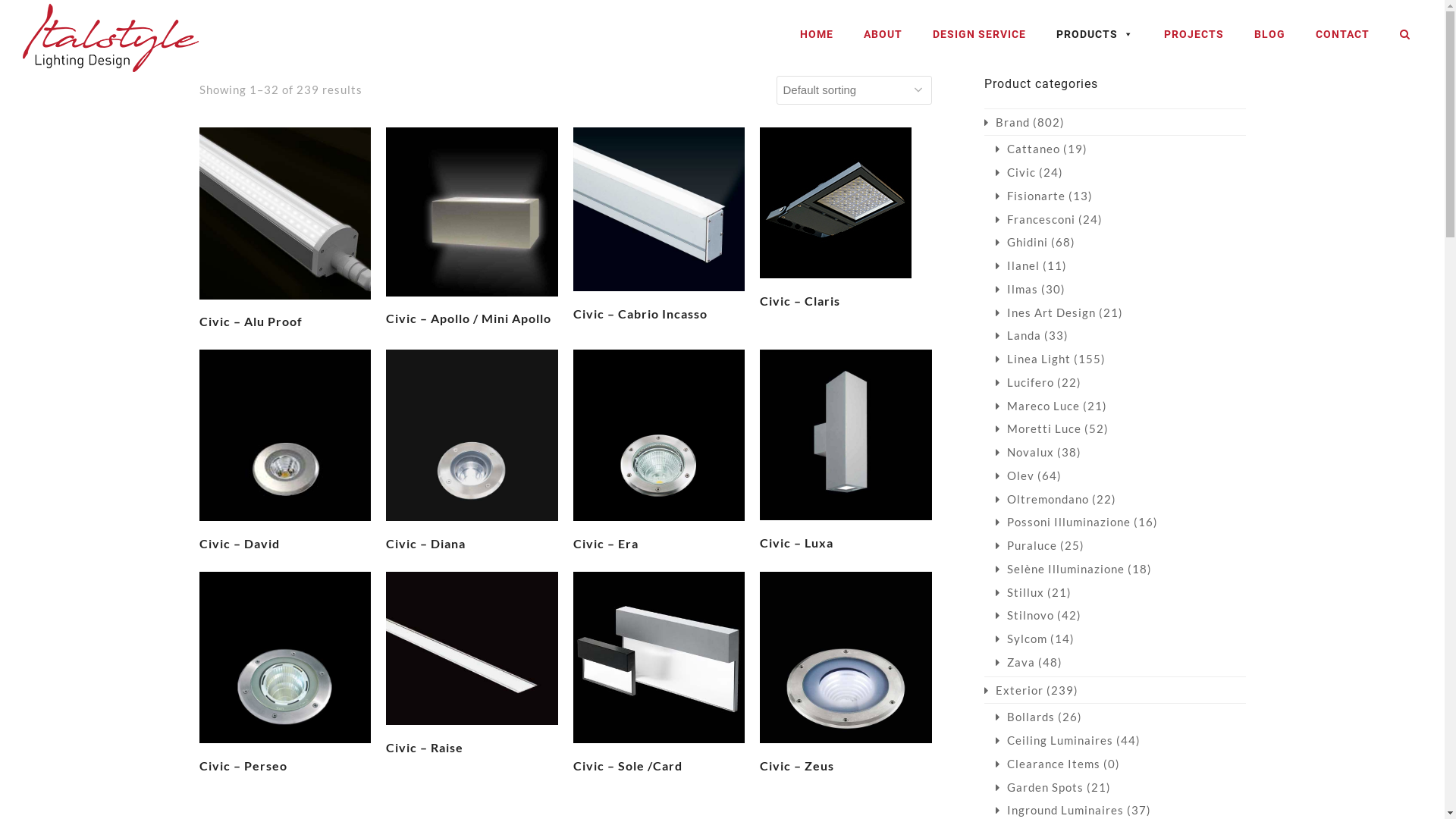 Image resolution: width=1456 pixels, height=819 pixels. I want to click on 'Sylcom', so click(1020, 638).